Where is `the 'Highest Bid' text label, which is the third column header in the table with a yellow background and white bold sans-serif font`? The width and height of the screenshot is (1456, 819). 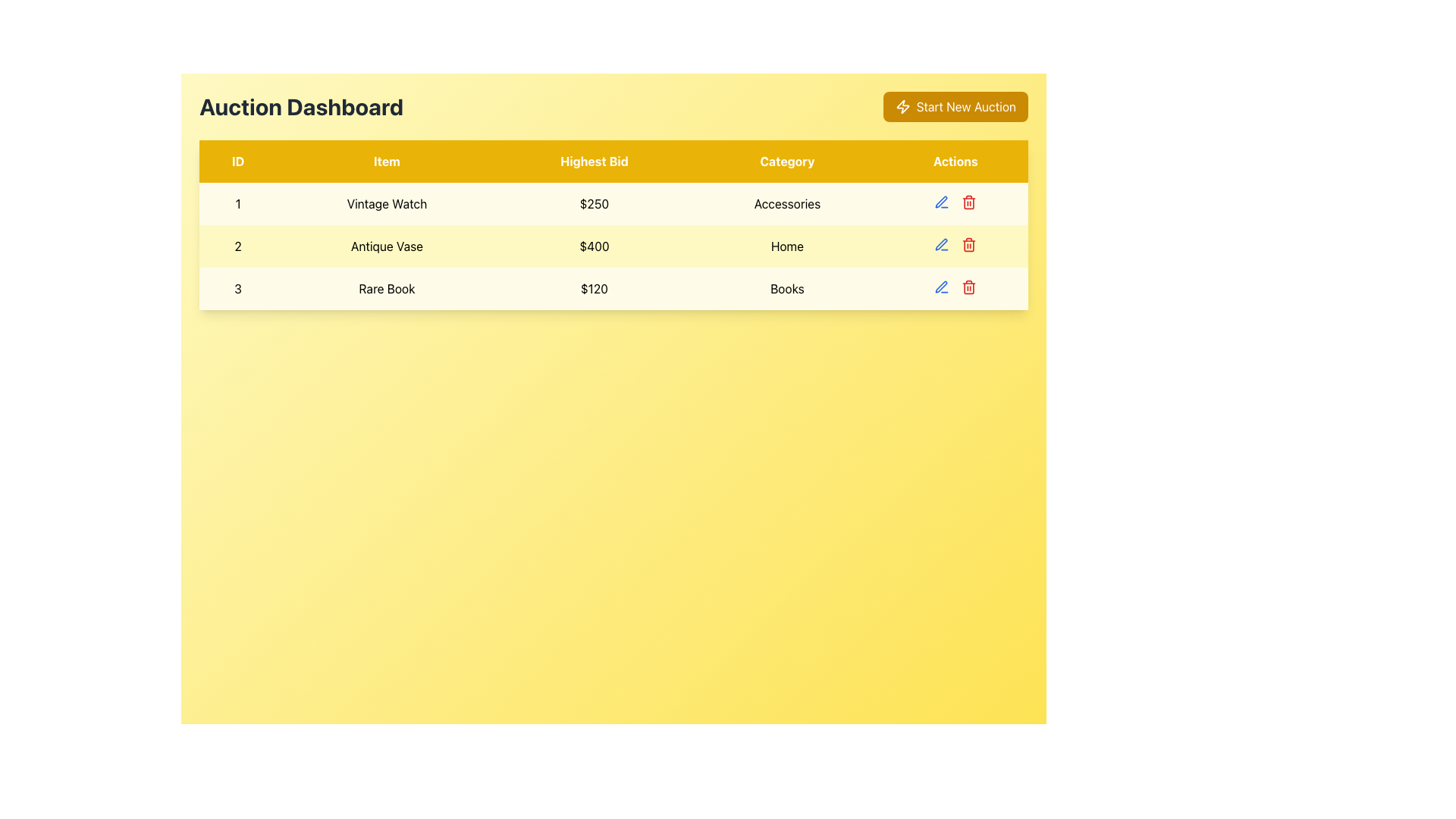
the 'Highest Bid' text label, which is the third column header in the table with a yellow background and white bold sans-serif font is located at coordinates (593, 161).